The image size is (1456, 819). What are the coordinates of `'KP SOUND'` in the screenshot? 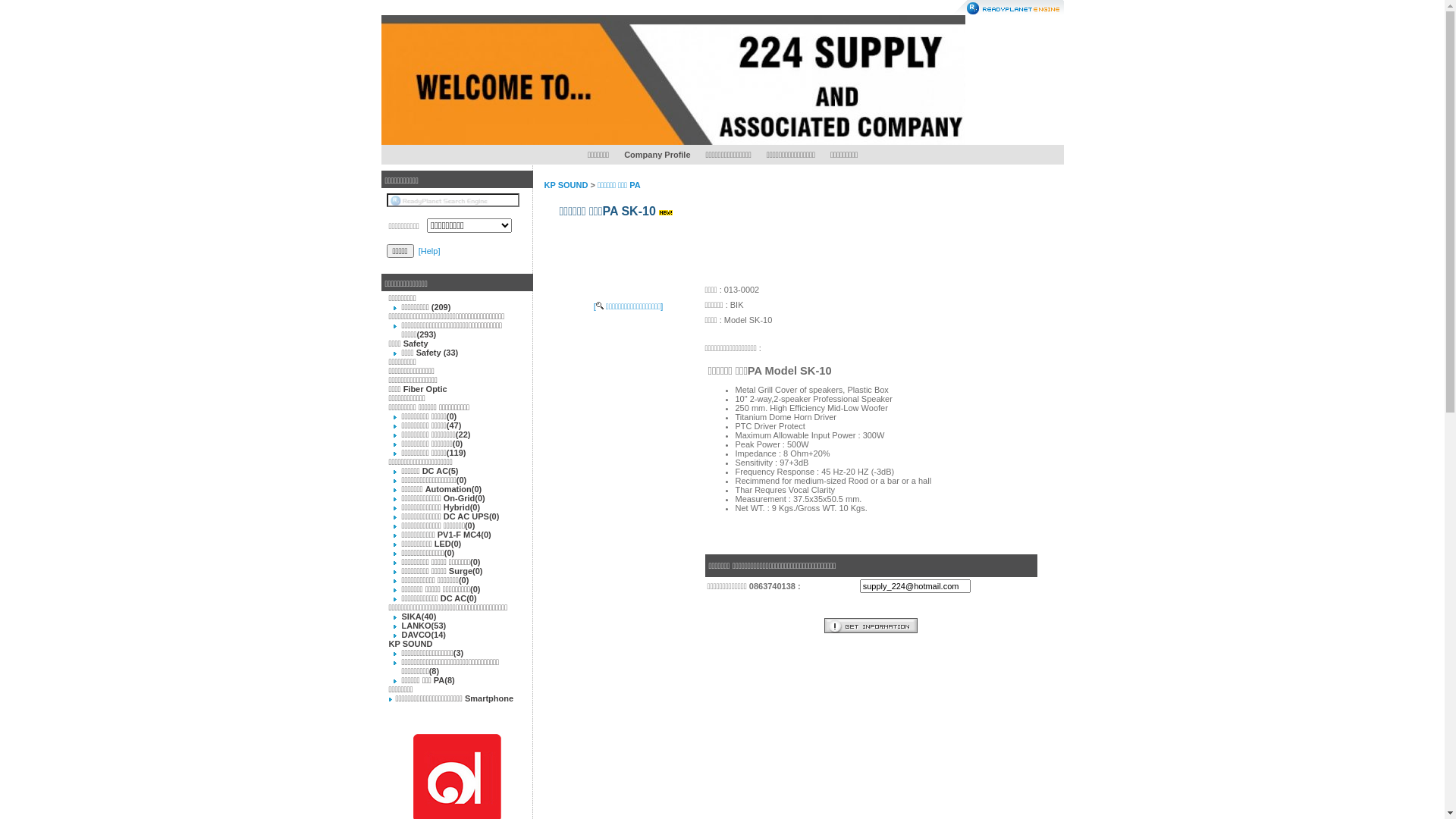 It's located at (566, 184).